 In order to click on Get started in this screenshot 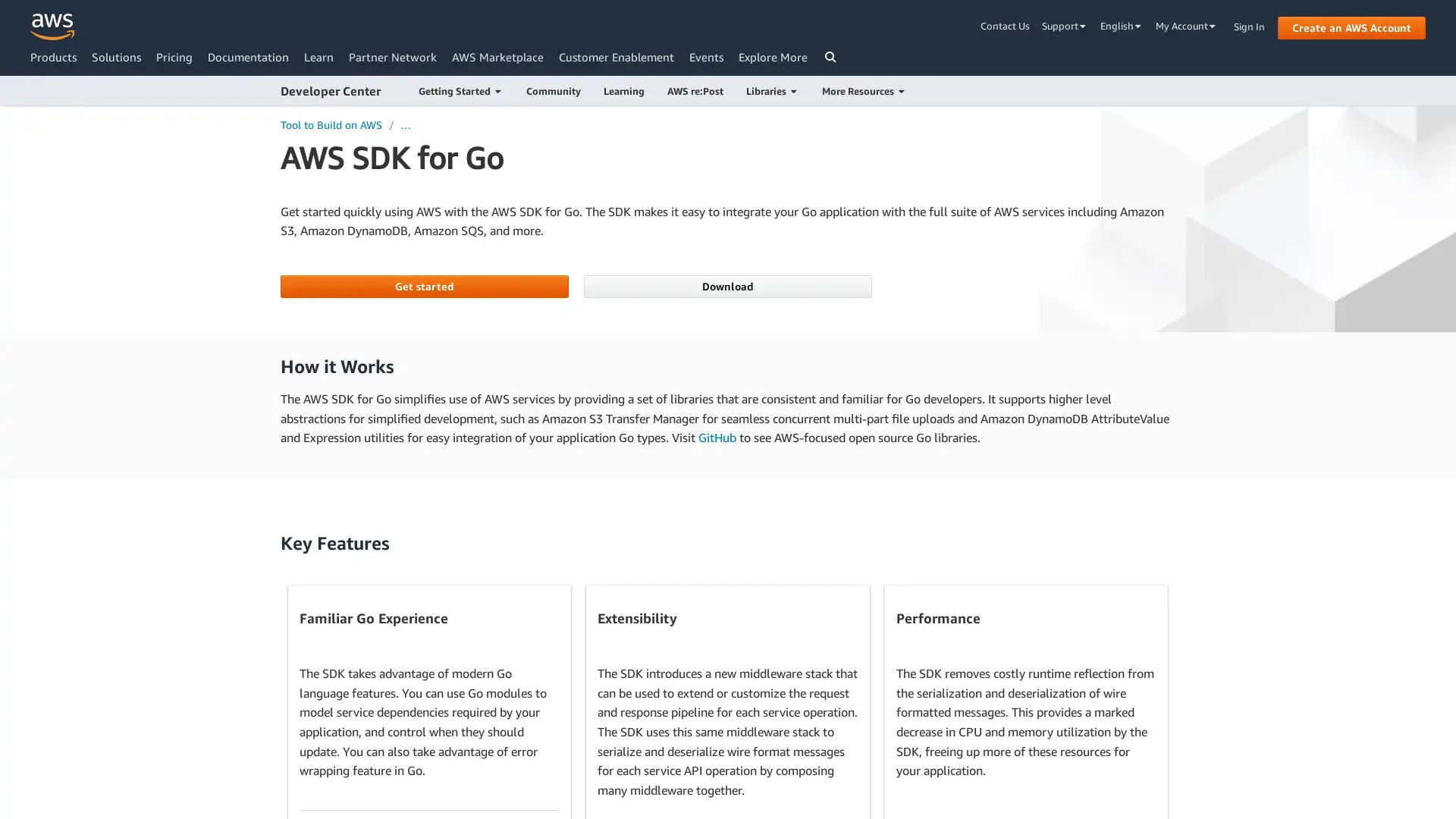, I will do `click(424, 286)`.